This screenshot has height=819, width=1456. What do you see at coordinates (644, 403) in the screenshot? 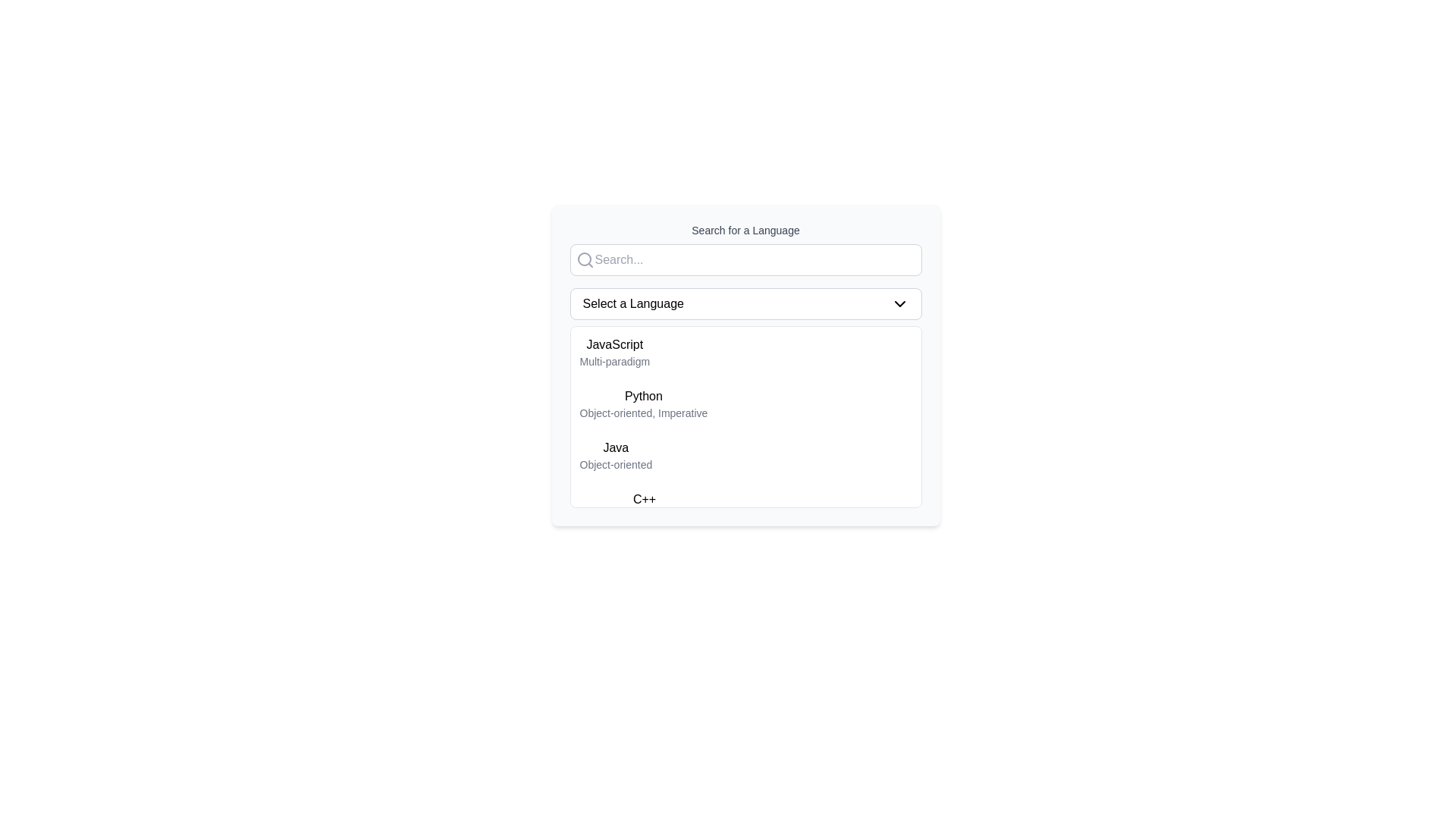
I see `the Python text block, which contains its title and description` at bounding box center [644, 403].